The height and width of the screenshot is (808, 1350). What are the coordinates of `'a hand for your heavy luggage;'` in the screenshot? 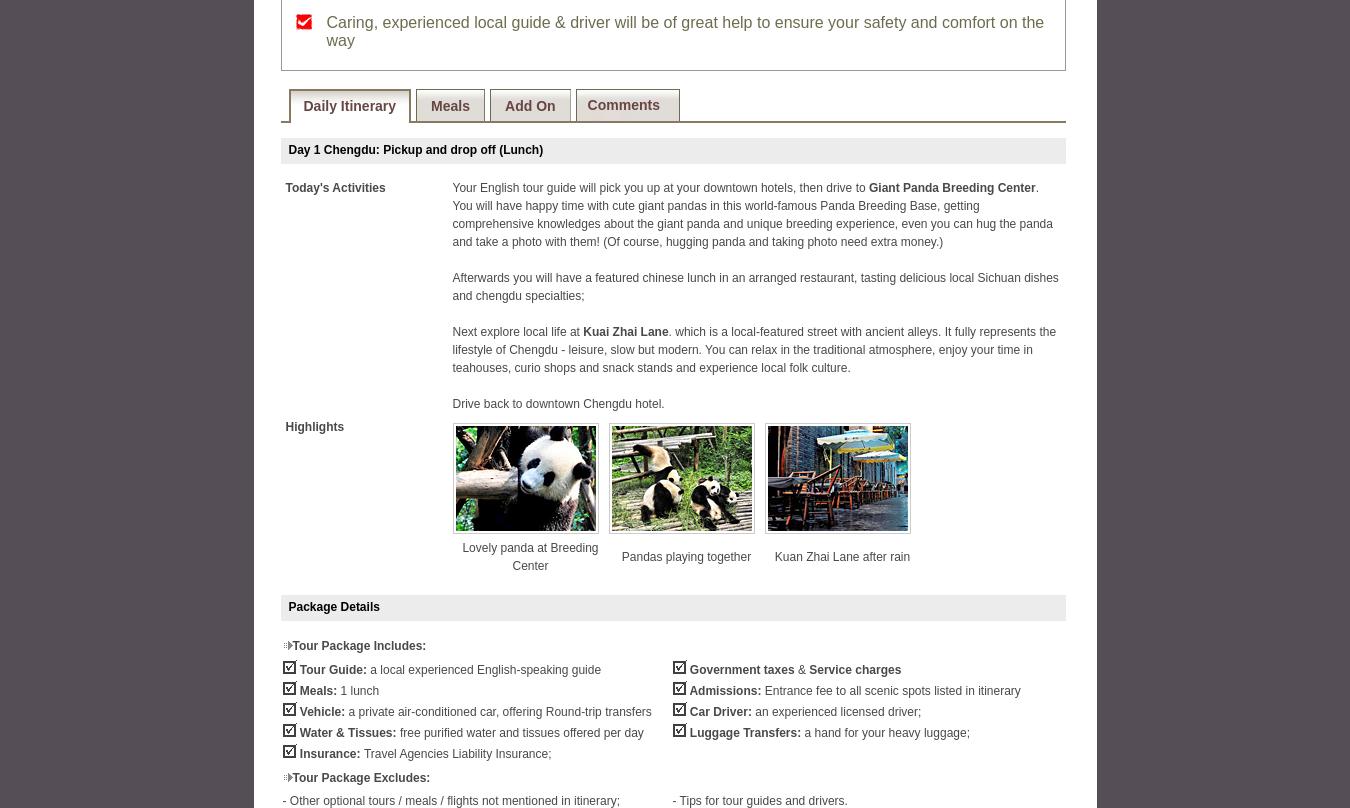 It's located at (885, 732).